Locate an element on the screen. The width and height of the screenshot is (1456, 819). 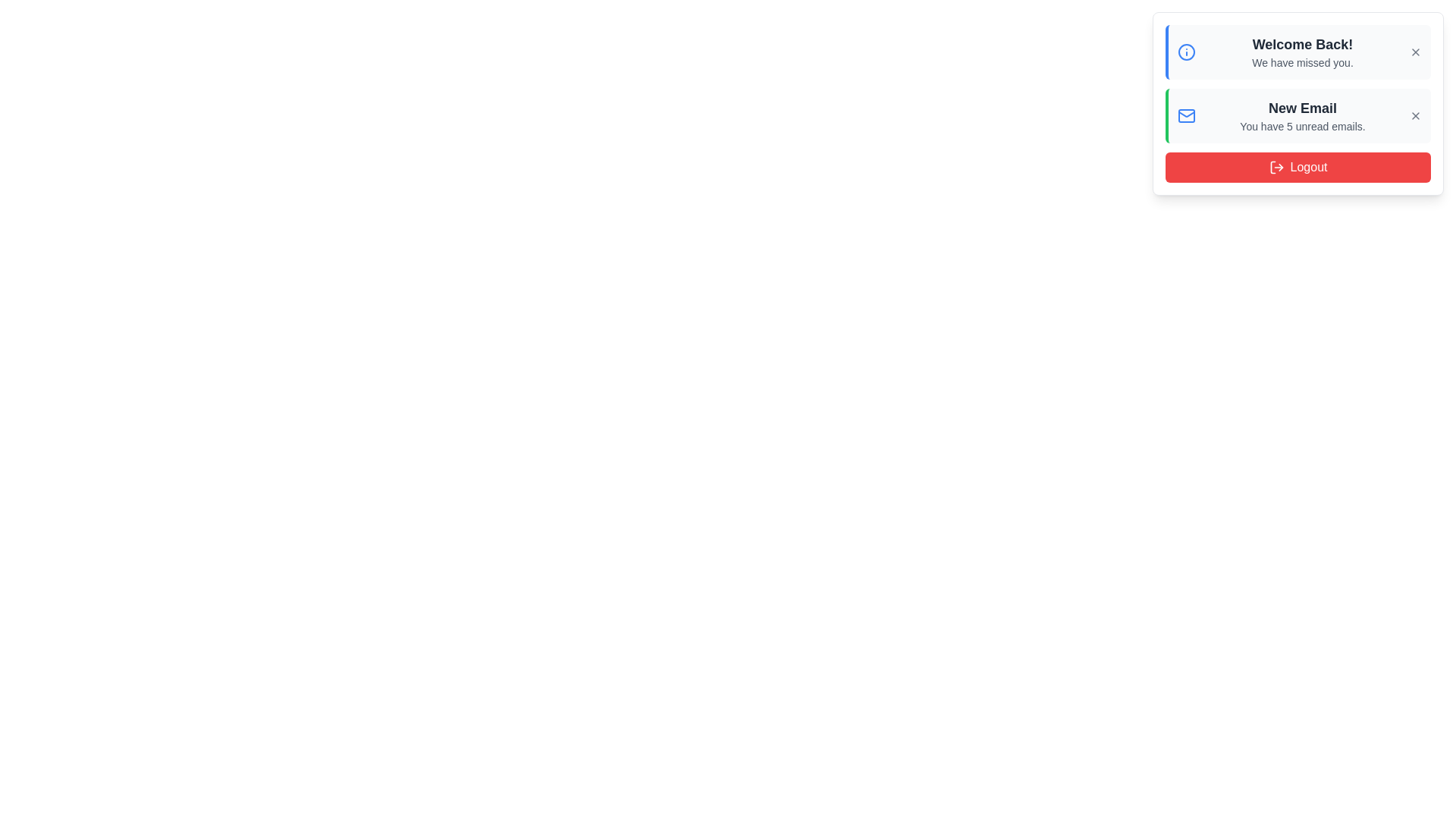
the Notification panel that features a light gray background with rounded corners, a bold title 'Welcome Back!', a subtitle 'We have missed you.', a vertical blue line on the left, and an information icon next to the title is located at coordinates (1298, 52).